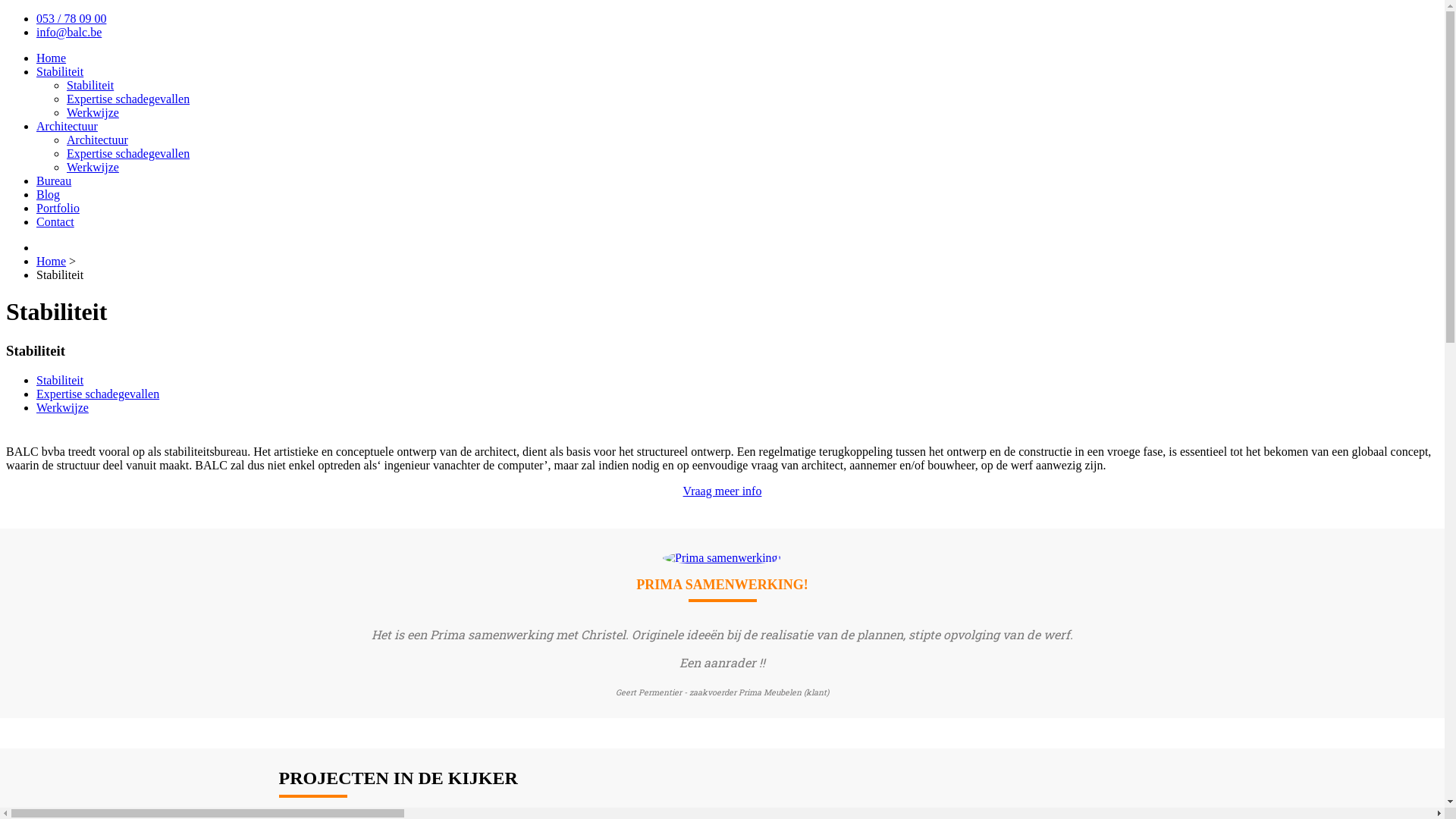  I want to click on 'Werkwijze', so click(92, 167).